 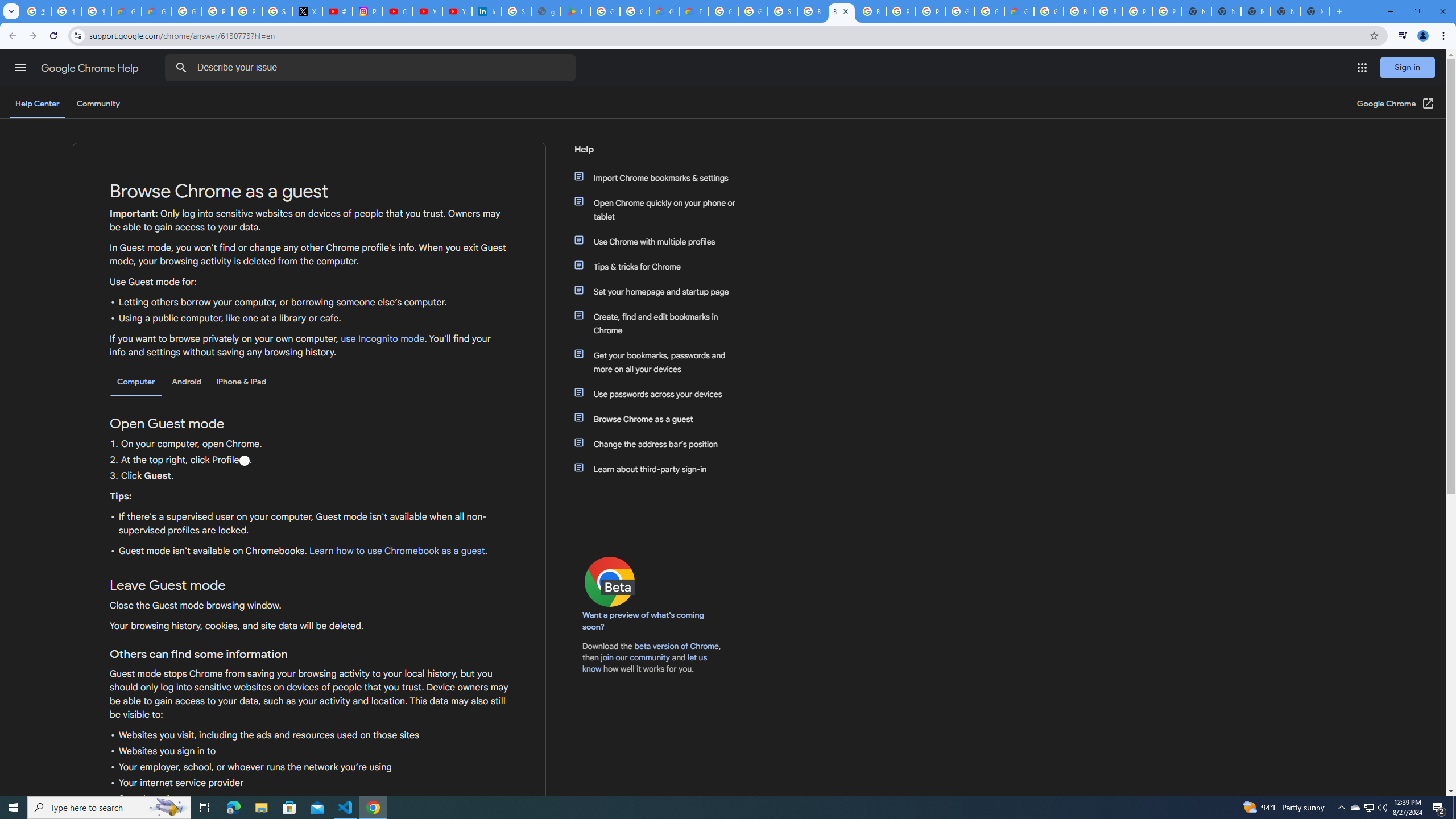 What do you see at coordinates (156, 11) in the screenshot?
I see `'Google Cloud Privacy Notice'` at bounding box center [156, 11].